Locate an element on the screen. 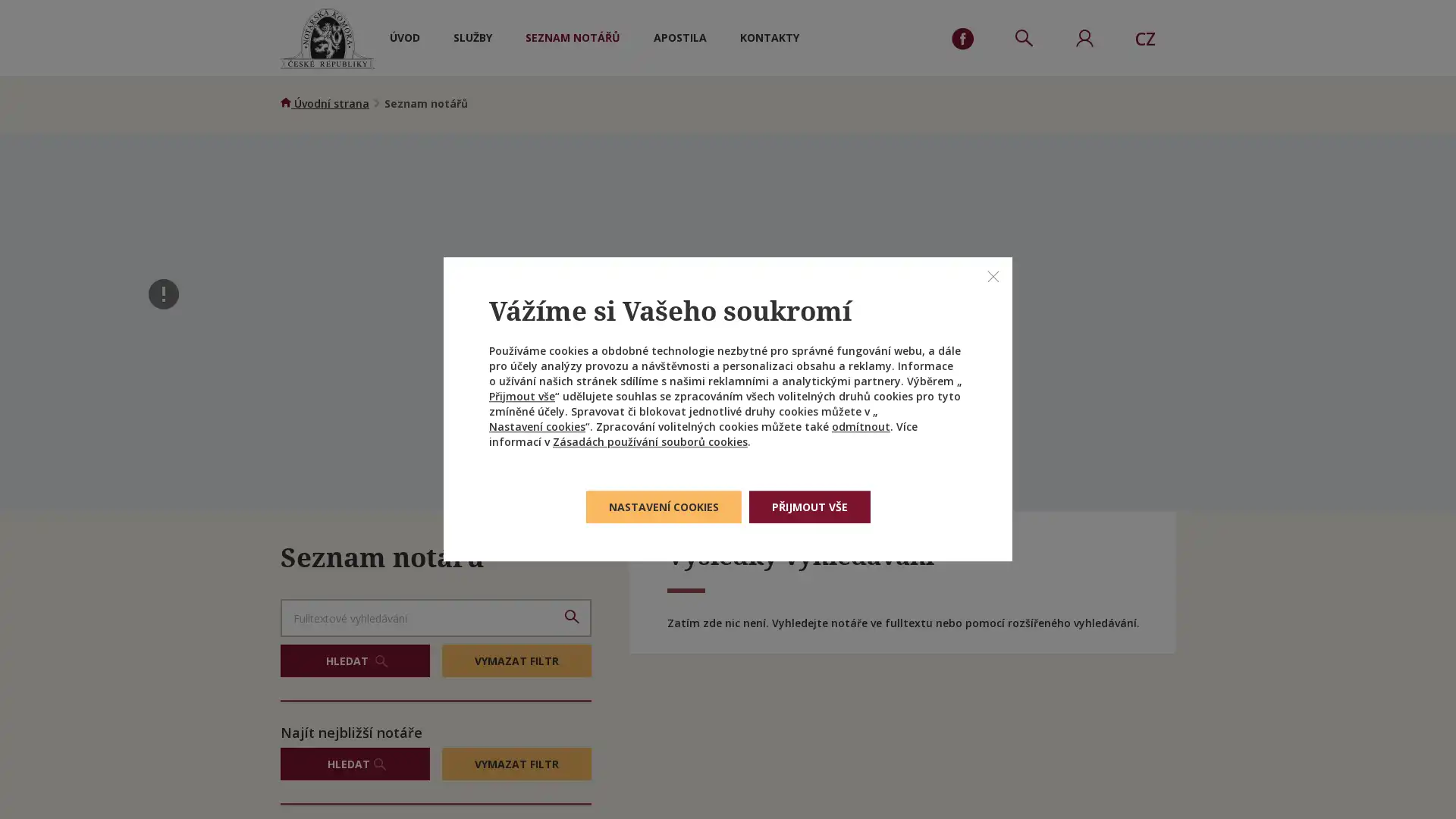 Image resolution: width=1456 pixels, height=819 pixels. HLEDAT is located at coordinates (354, 660).